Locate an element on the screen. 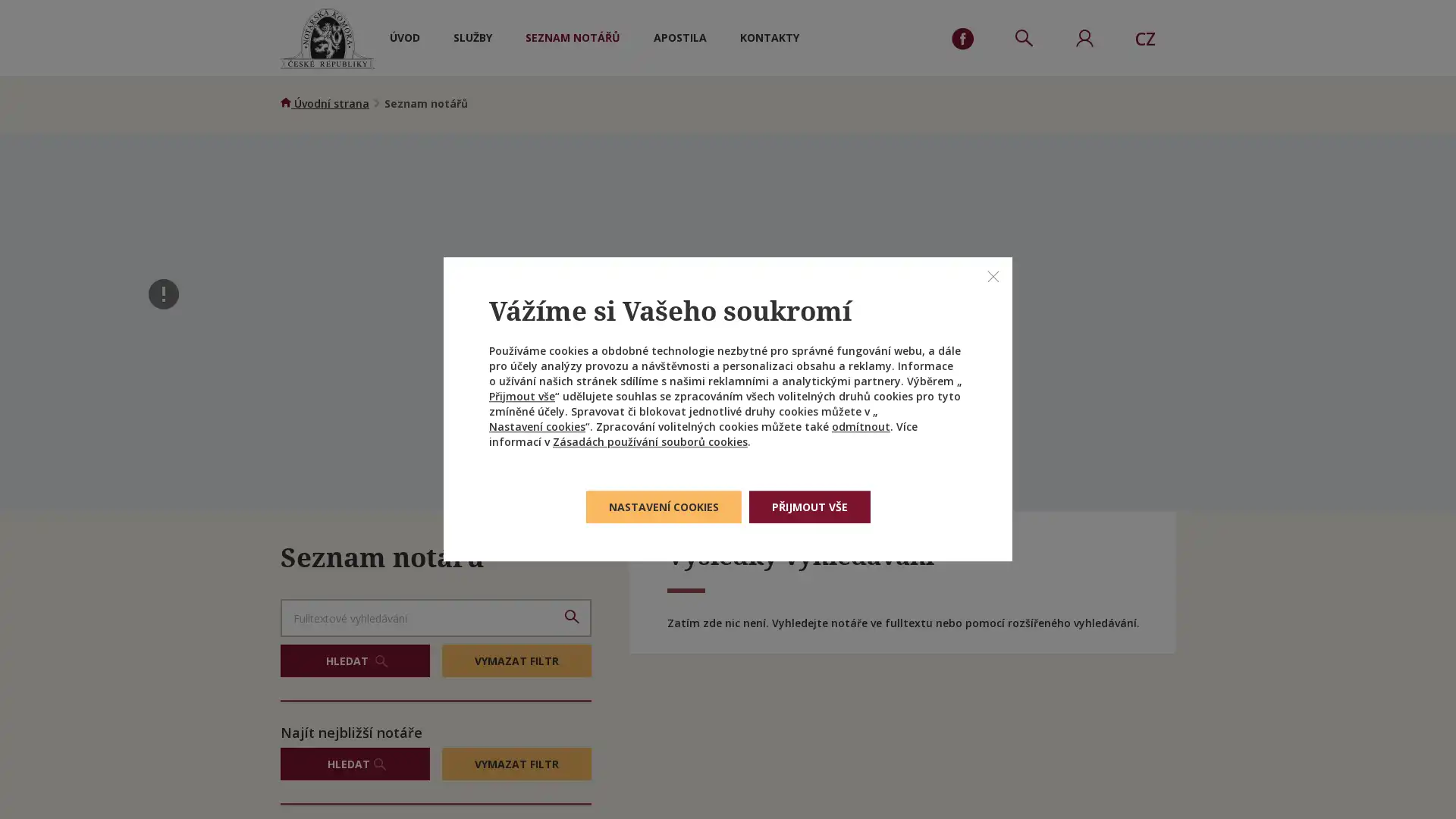 Image resolution: width=1456 pixels, height=819 pixels. HLEDAT is located at coordinates (354, 660).